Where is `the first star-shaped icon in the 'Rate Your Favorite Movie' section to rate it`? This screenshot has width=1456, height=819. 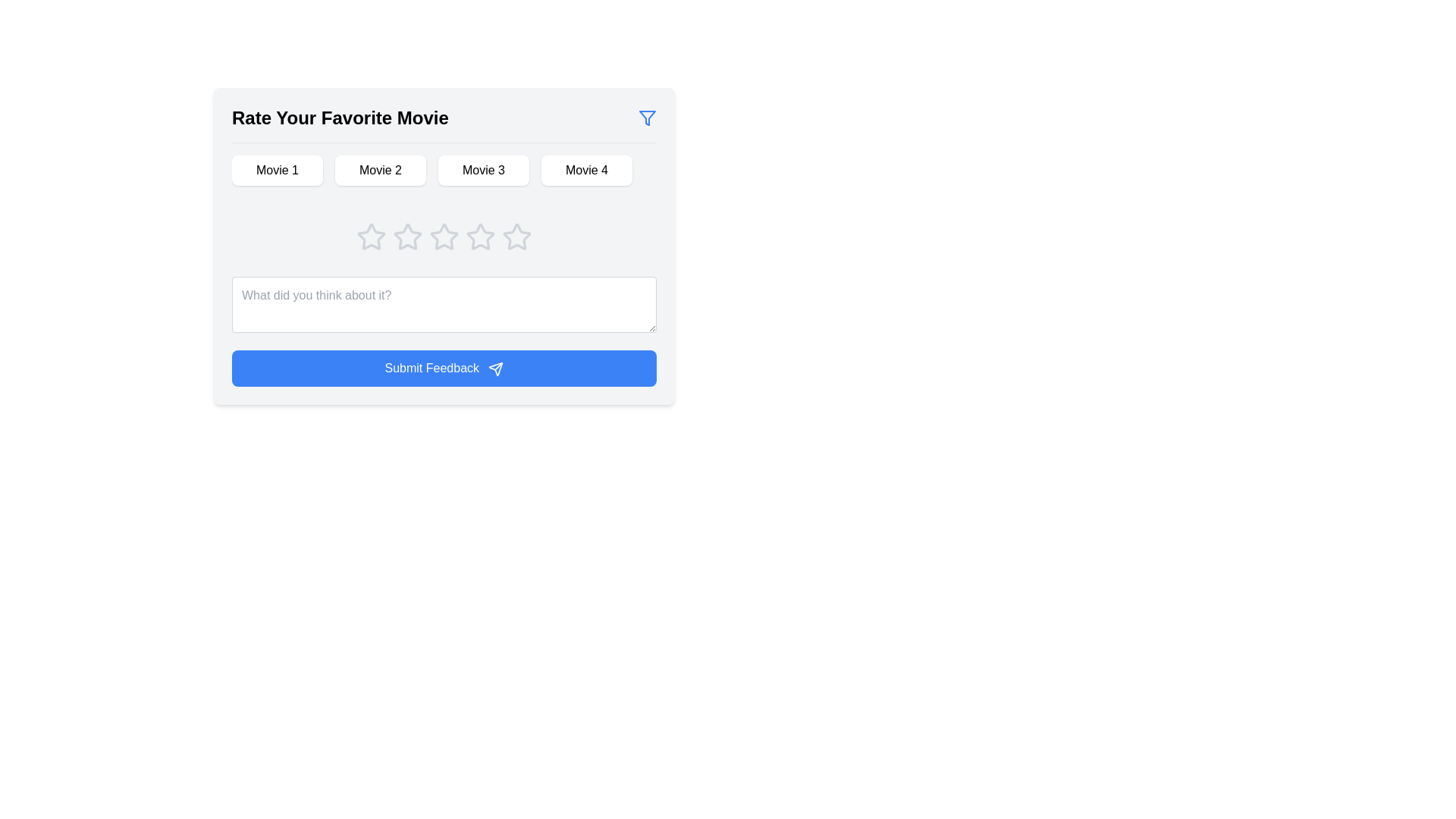
the first star-shaped icon in the 'Rate Your Favorite Movie' section to rate it is located at coordinates (371, 237).